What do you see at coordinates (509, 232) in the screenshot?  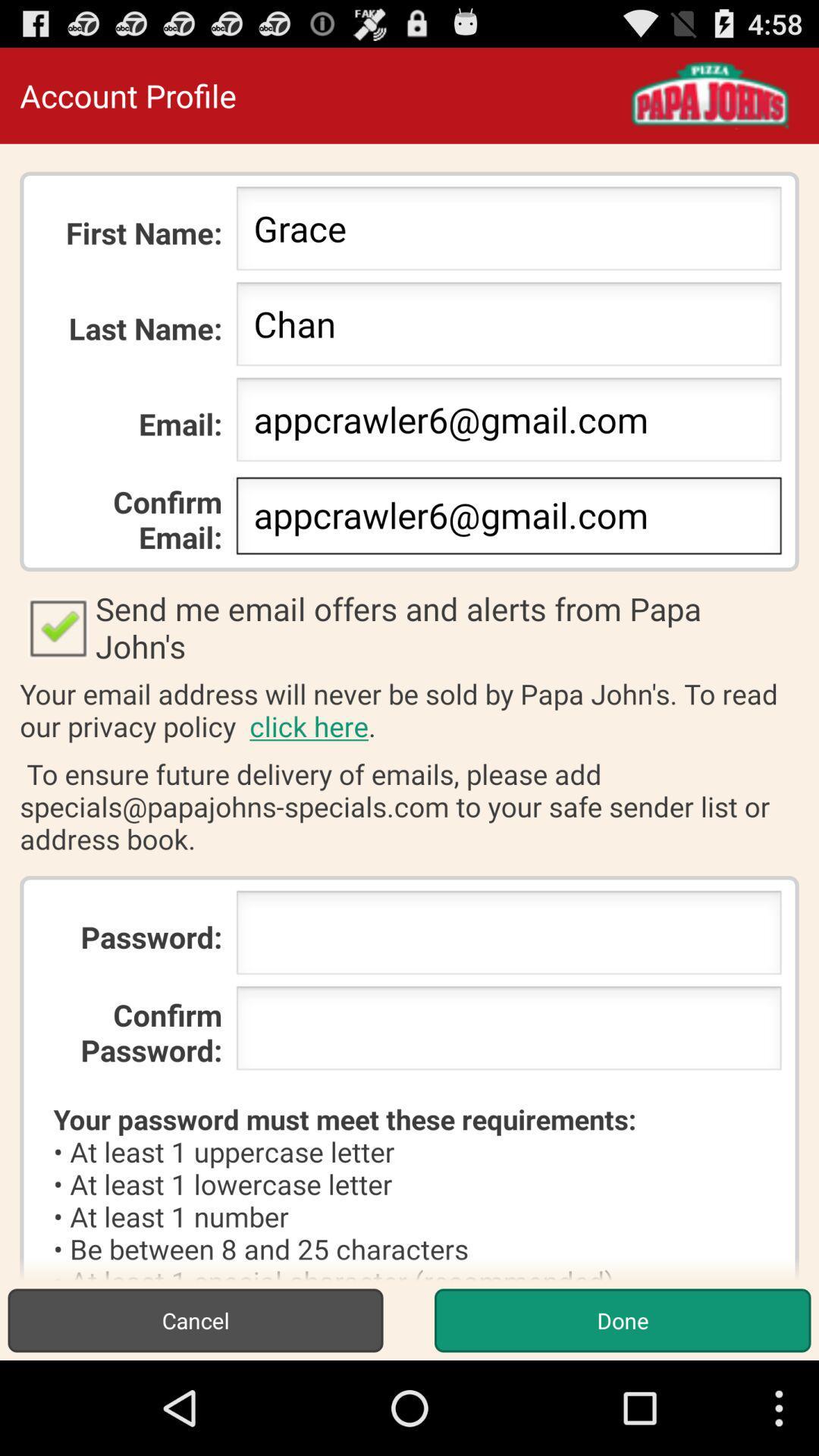 I see `icon to the right of first name: item` at bounding box center [509, 232].